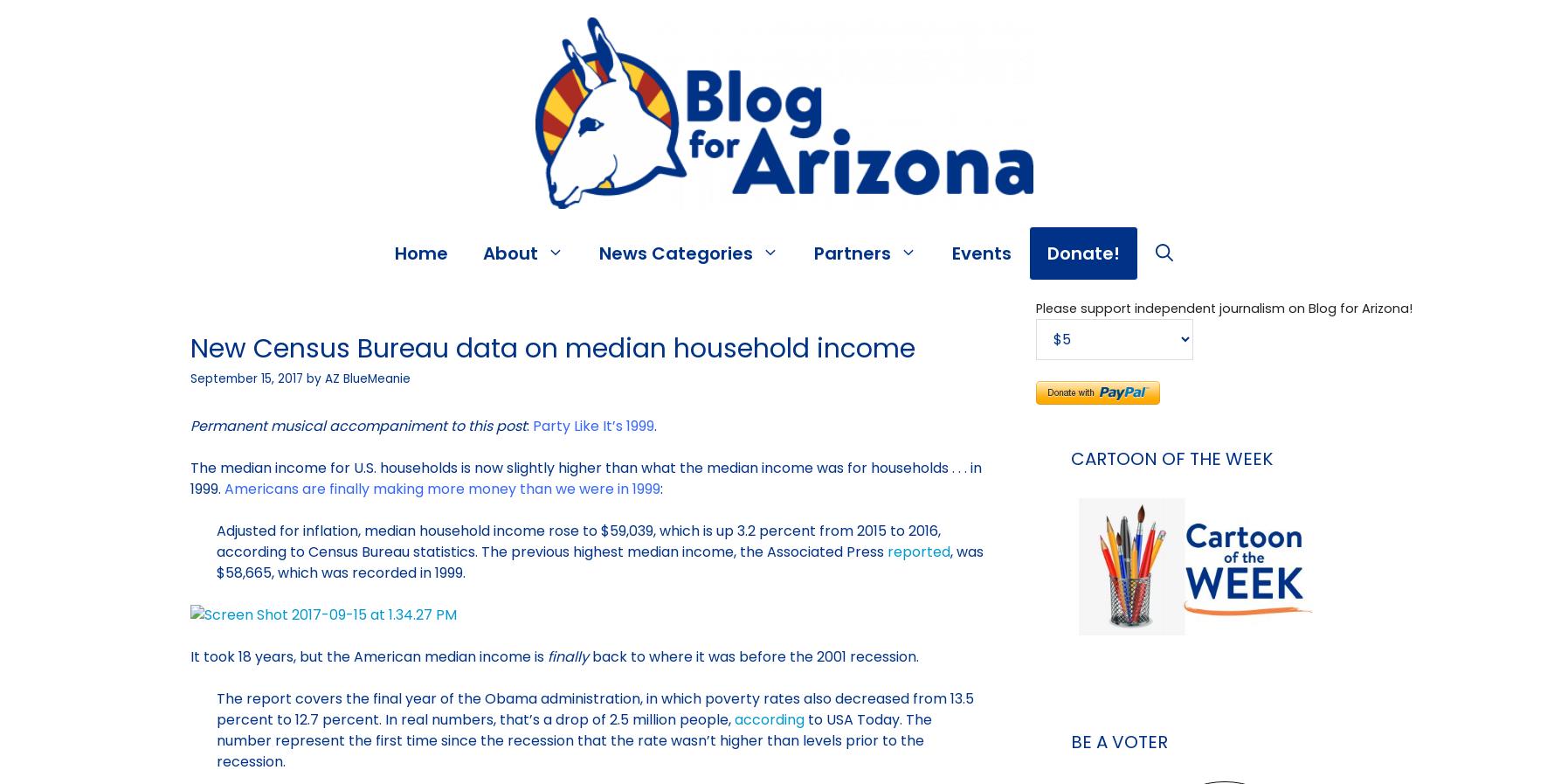 This screenshot has width=1568, height=784. What do you see at coordinates (441, 489) in the screenshot?
I see `'Americans are finally making more money than we were in 1999'` at bounding box center [441, 489].